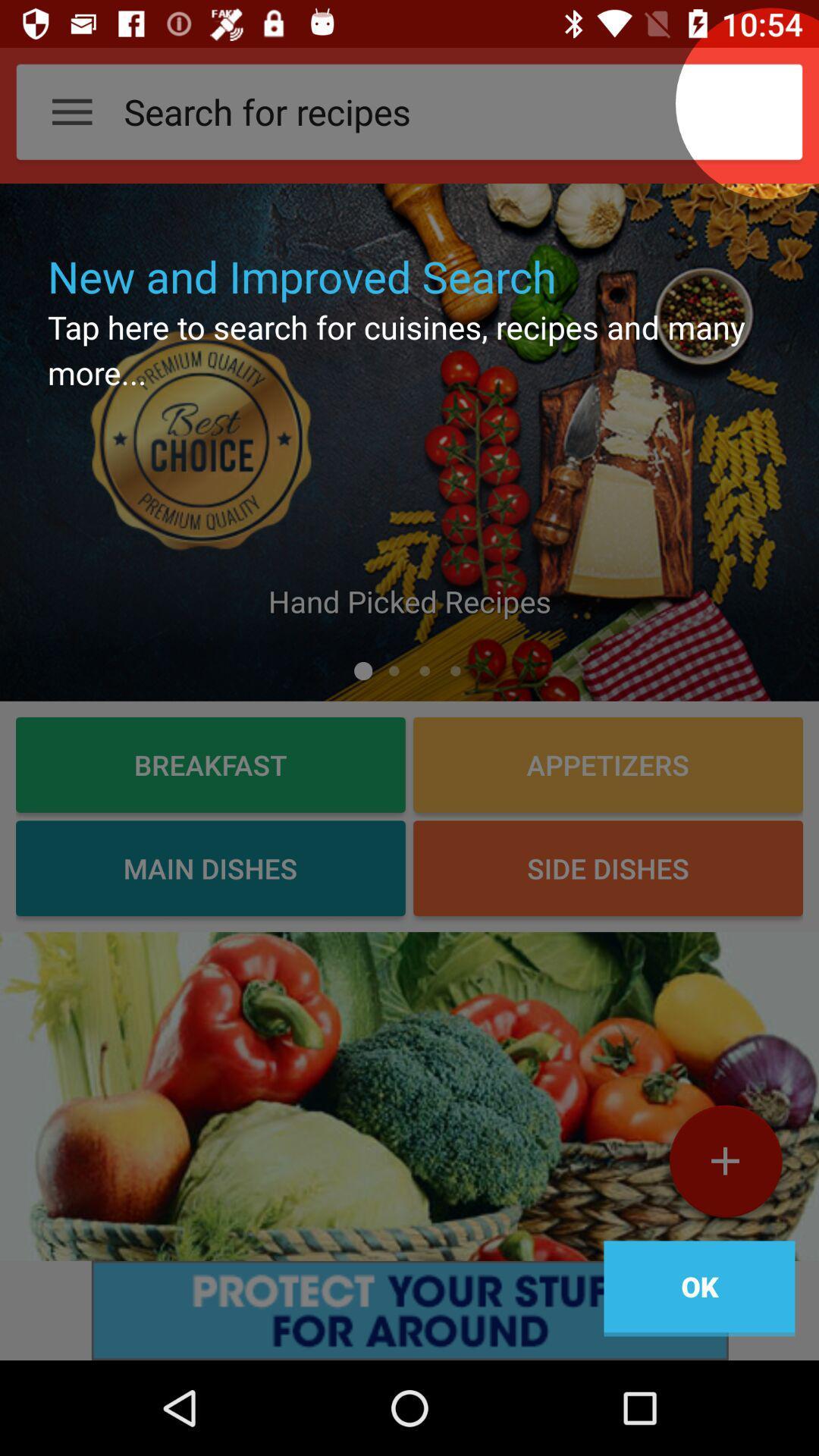 The image size is (819, 1456). What do you see at coordinates (724, 1166) in the screenshot?
I see `the add icon` at bounding box center [724, 1166].